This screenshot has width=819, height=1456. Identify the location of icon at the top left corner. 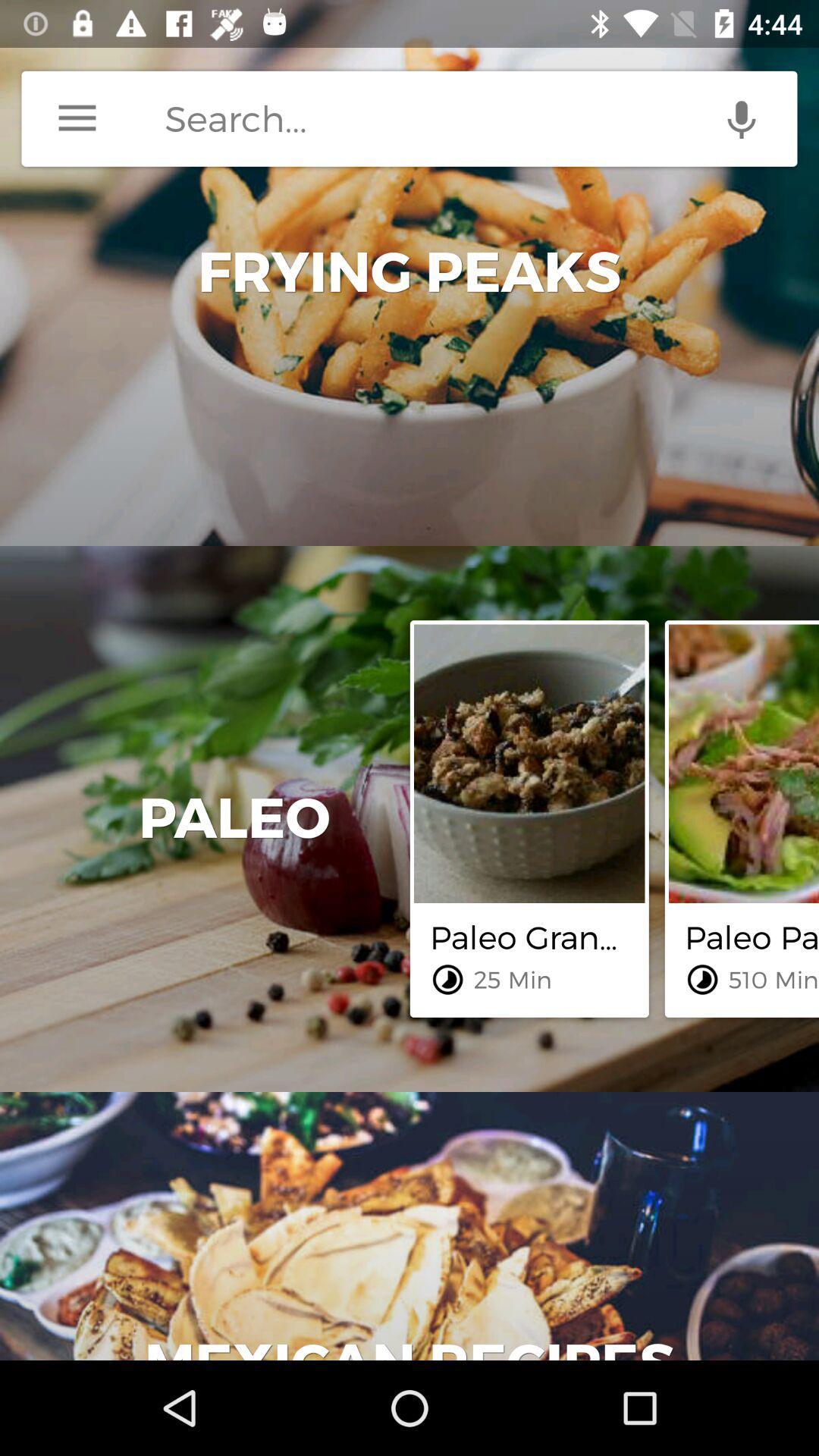
(77, 118).